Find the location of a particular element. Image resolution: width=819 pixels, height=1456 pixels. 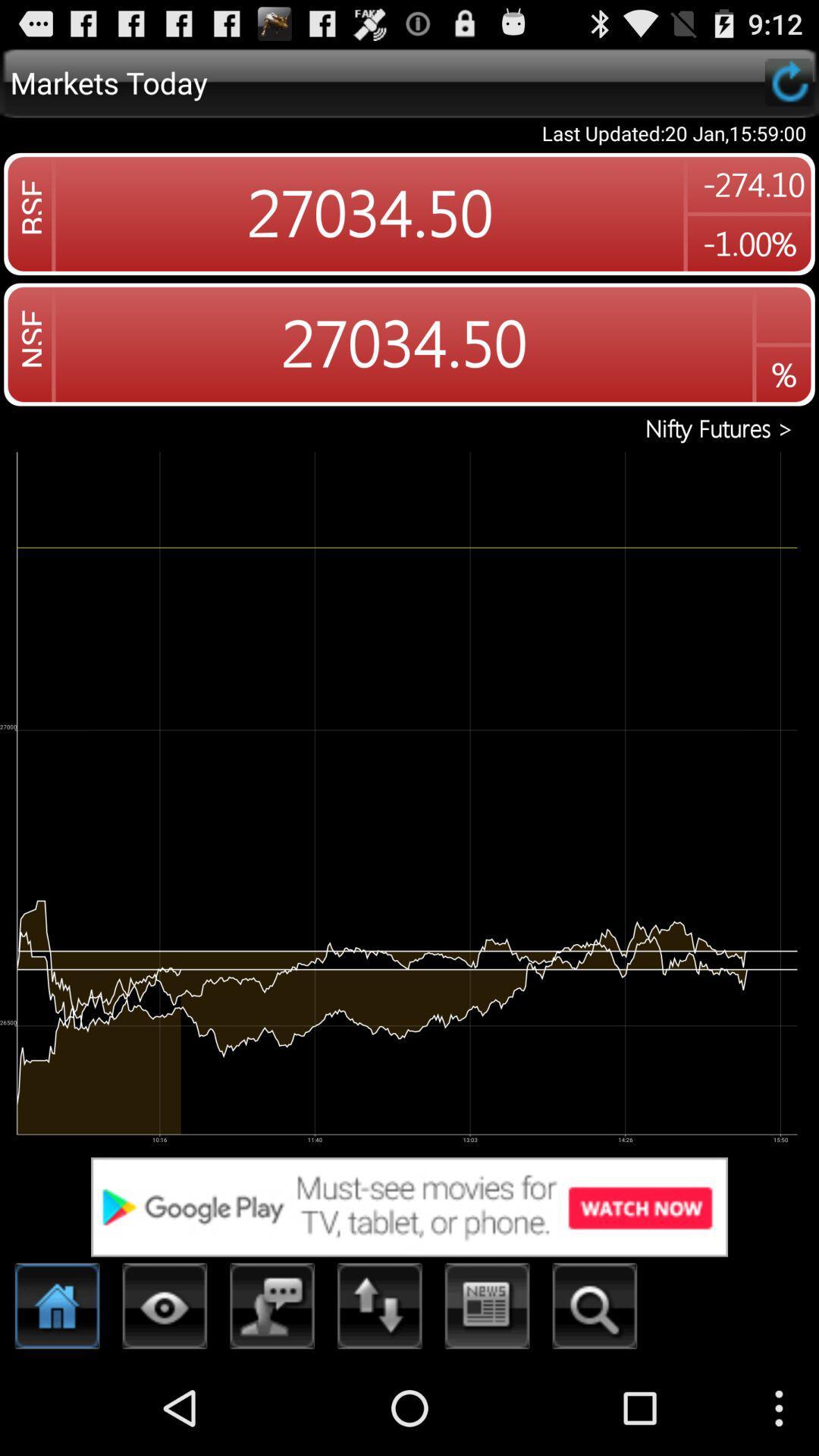

go home is located at coordinates (57, 1310).